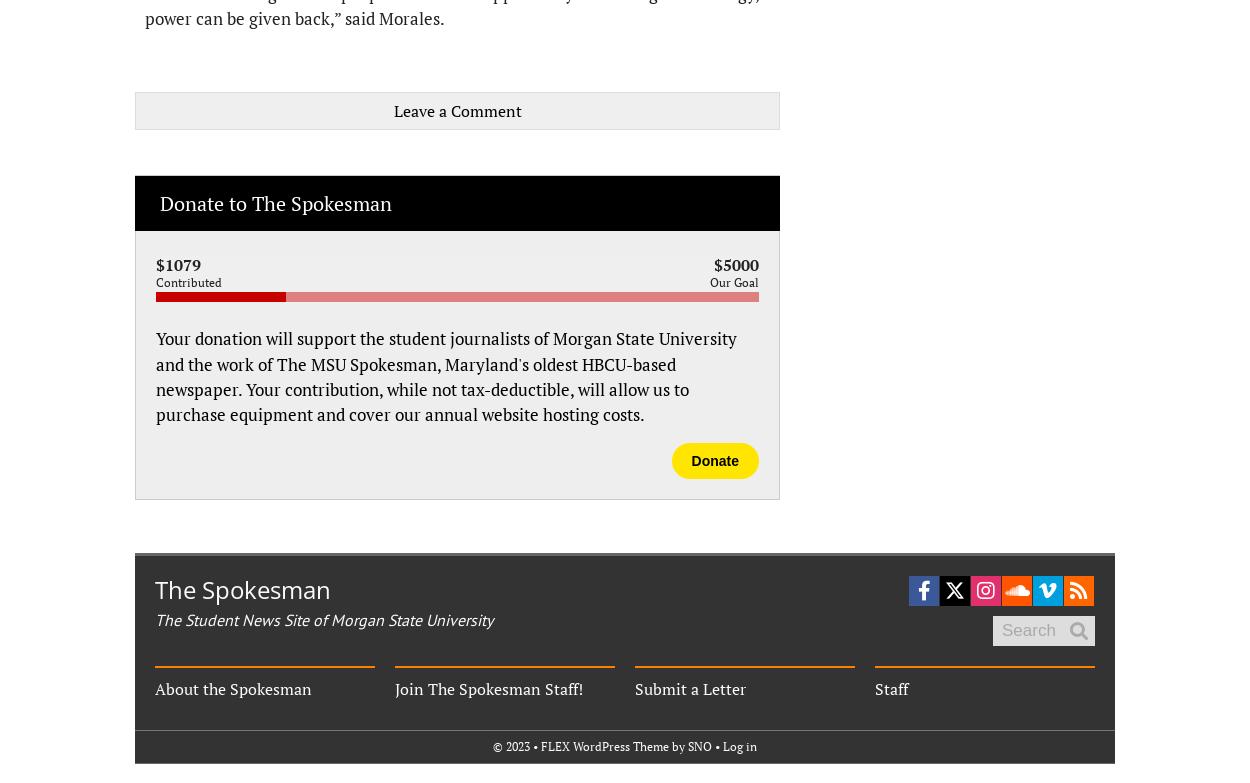 The image size is (1250, 783). What do you see at coordinates (393, 111) in the screenshot?
I see `'Leave a Comment'` at bounding box center [393, 111].